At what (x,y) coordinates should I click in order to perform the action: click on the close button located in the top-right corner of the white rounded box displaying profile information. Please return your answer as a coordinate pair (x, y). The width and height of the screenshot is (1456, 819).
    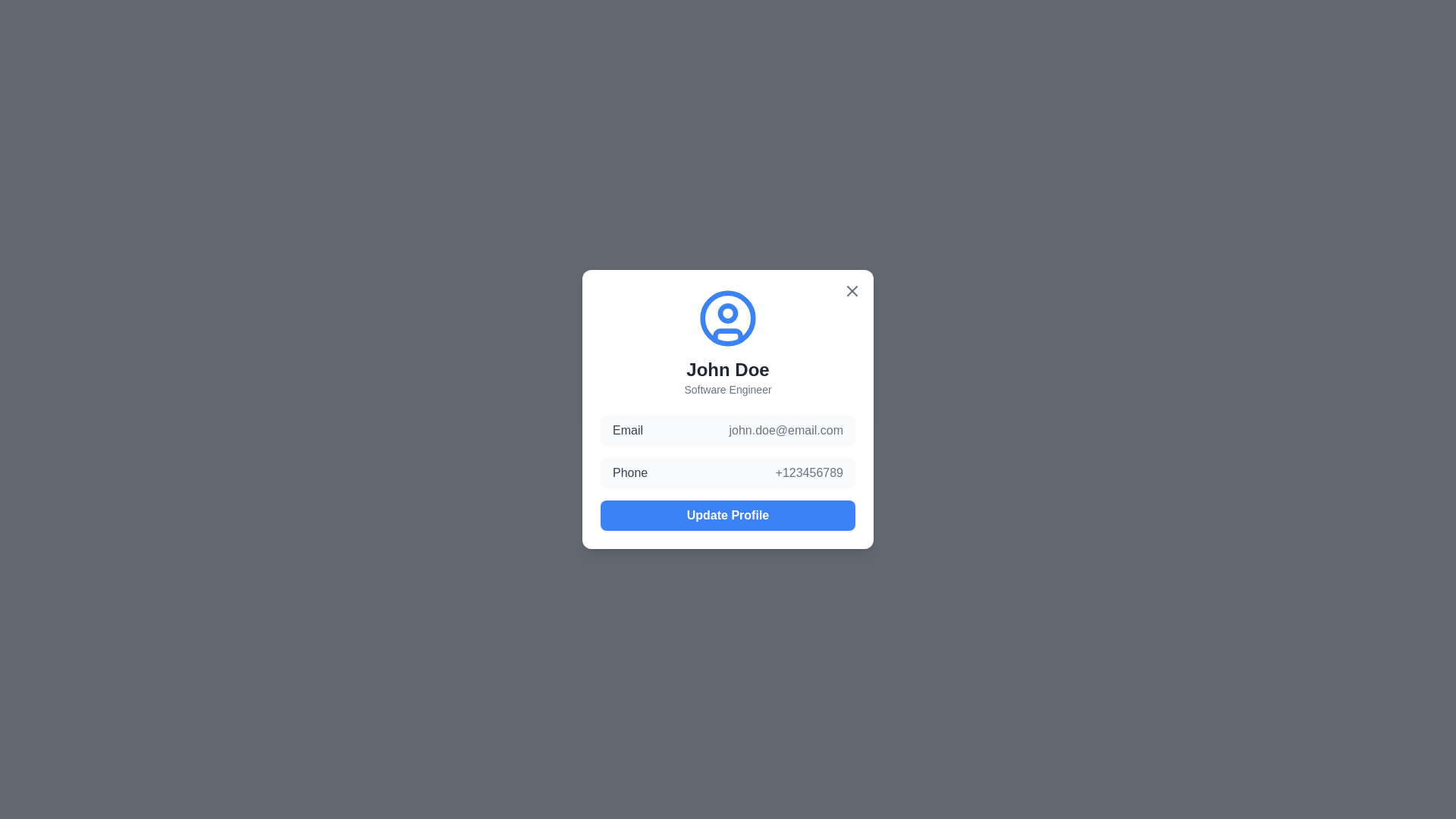
    Looking at the image, I should click on (852, 291).